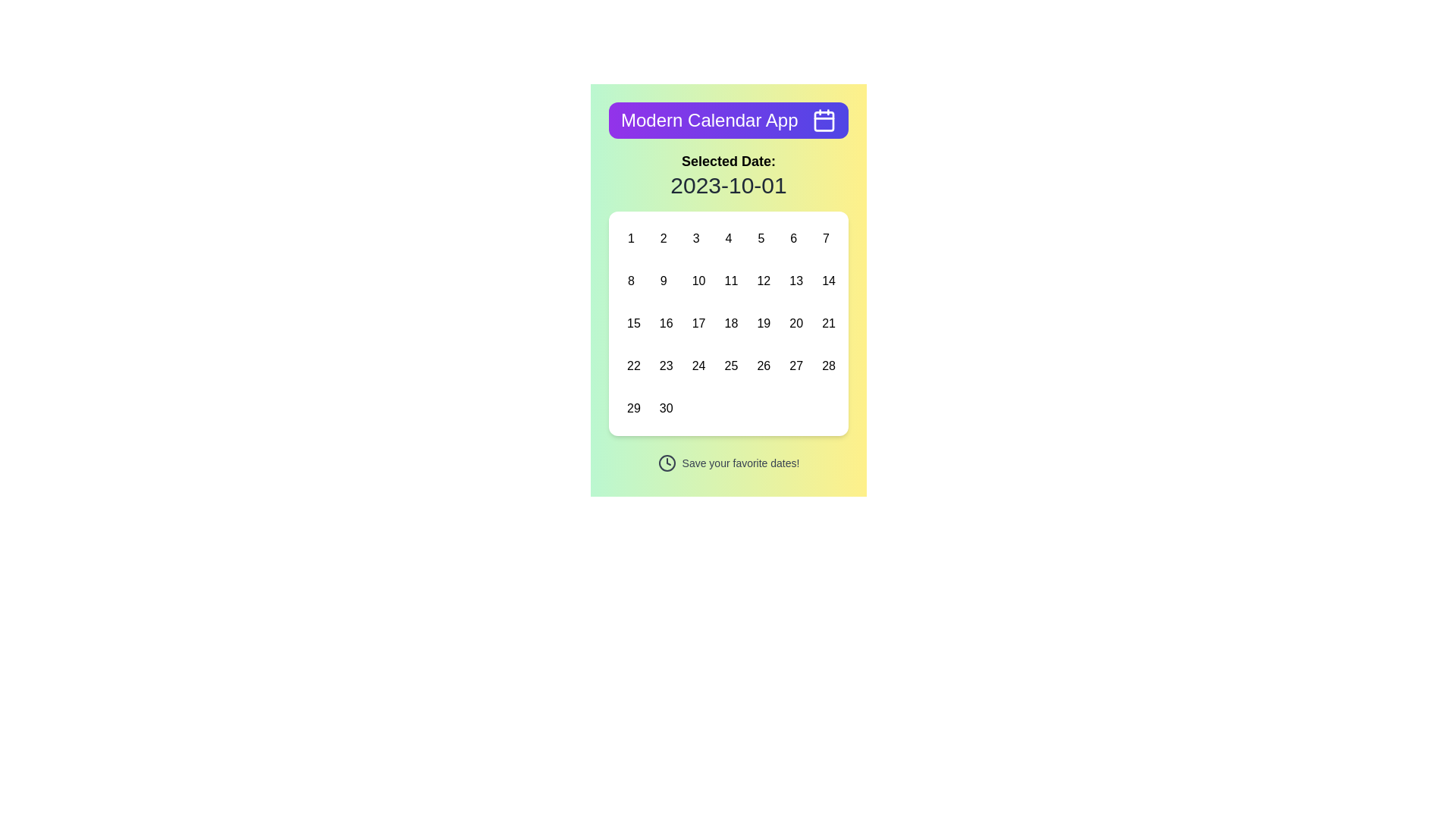  What do you see at coordinates (664, 281) in the screenshot?
I see `the date selection button for '9' in the calendar grid located in the second row and second column` at bounding box center [664, 281].